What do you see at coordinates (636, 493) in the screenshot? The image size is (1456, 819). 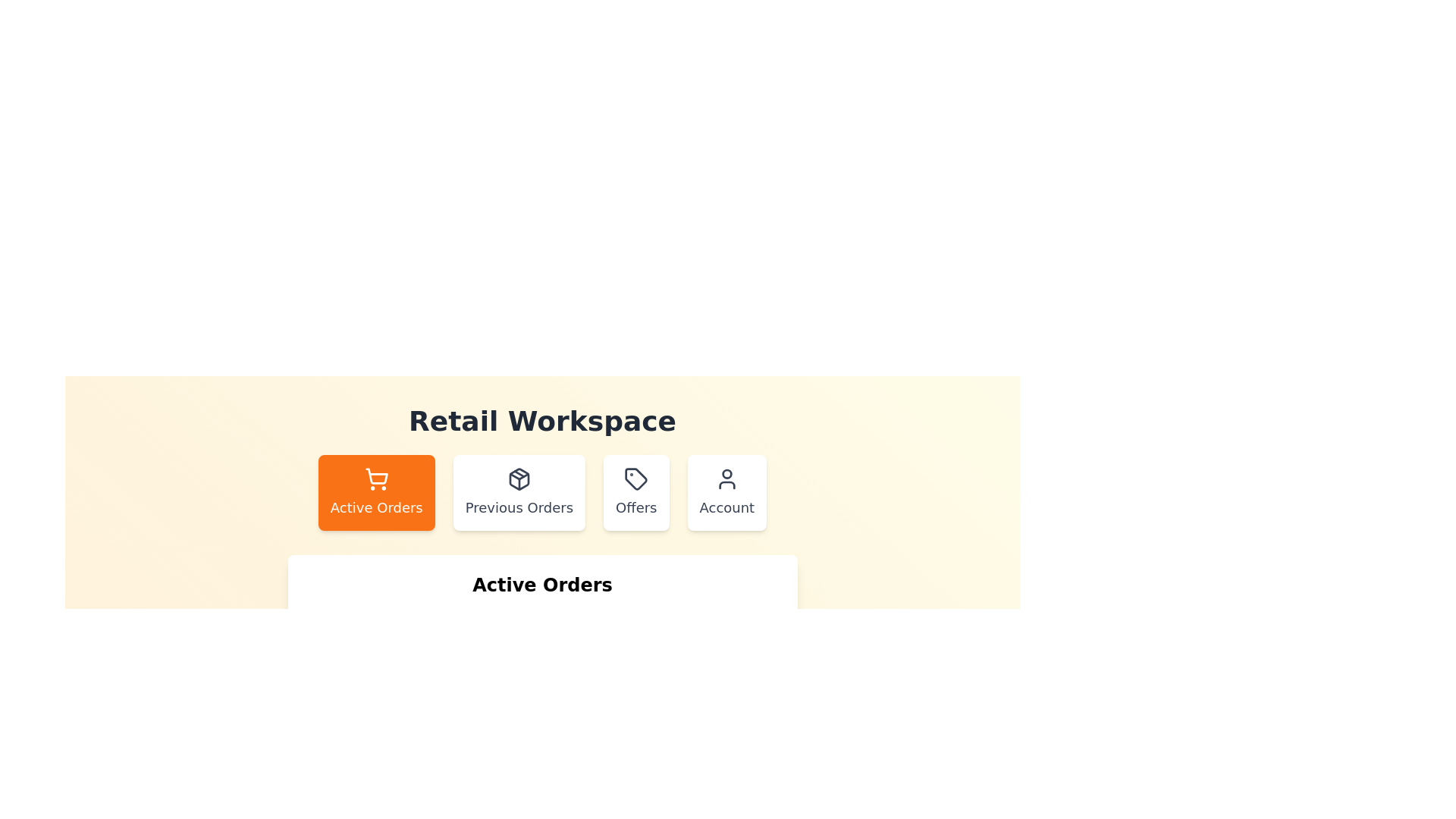 I see `the Offers tab to observe its visual change` at bounding box center [636, 493].